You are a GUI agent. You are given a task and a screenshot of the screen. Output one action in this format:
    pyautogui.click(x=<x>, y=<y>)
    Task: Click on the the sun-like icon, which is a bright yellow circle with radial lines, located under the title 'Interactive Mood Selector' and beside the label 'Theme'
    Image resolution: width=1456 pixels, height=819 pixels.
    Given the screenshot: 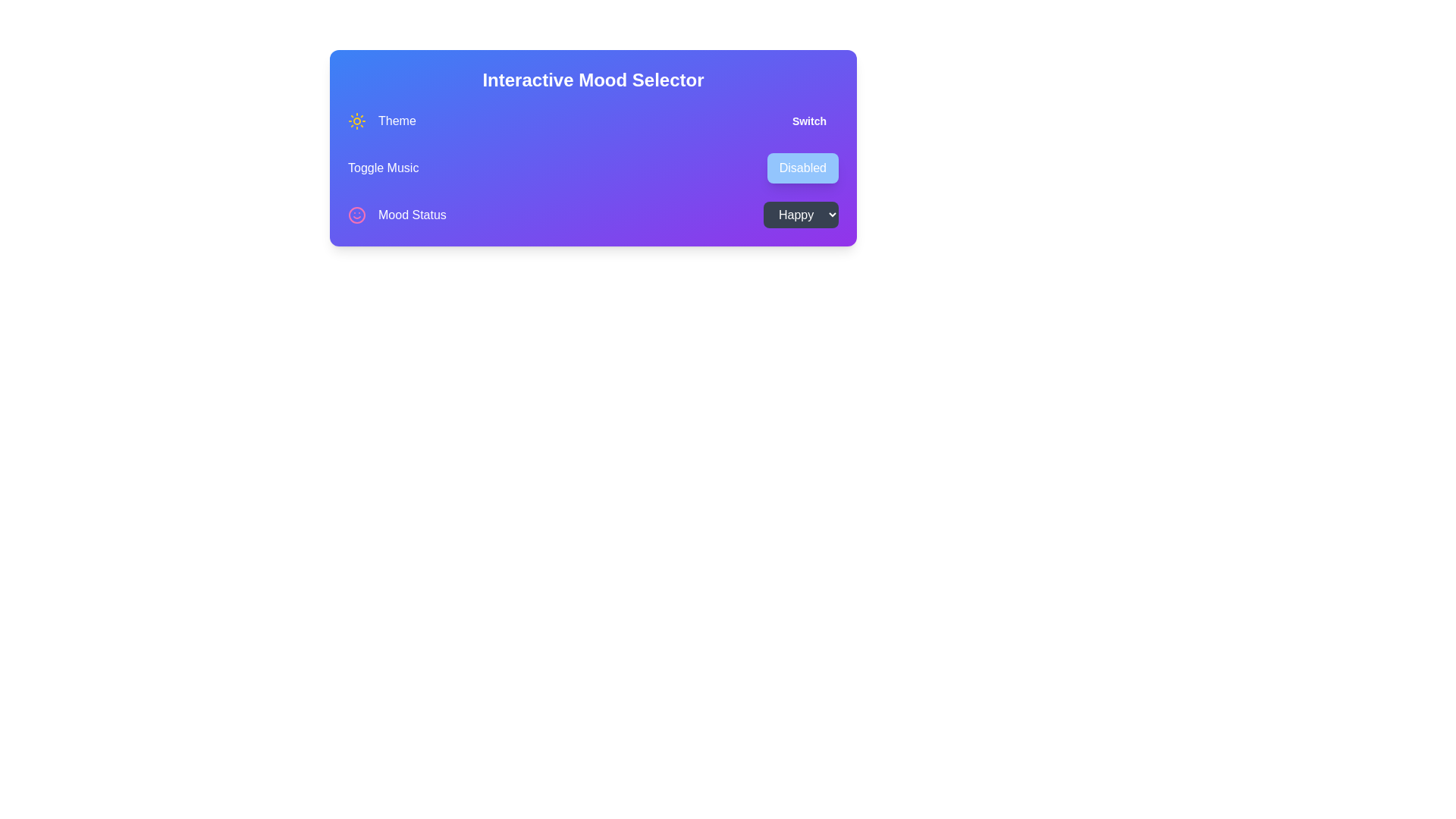 What is the action you would take?
    pyautogui.click(x=356, y=120)
    